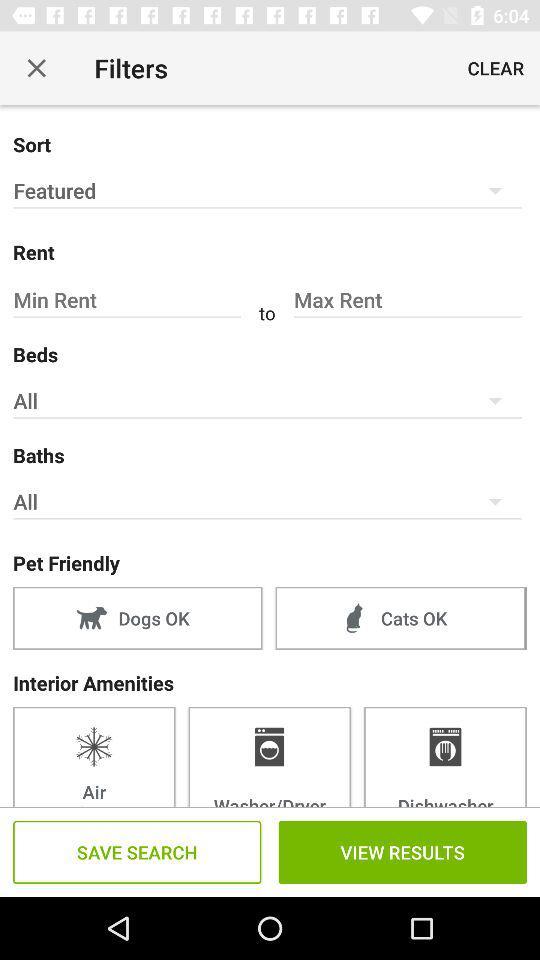 The image size is (540, 960). Describe the element at coordinates (129, 299) in the screenshot. I see `type in minimum rent` at that location.